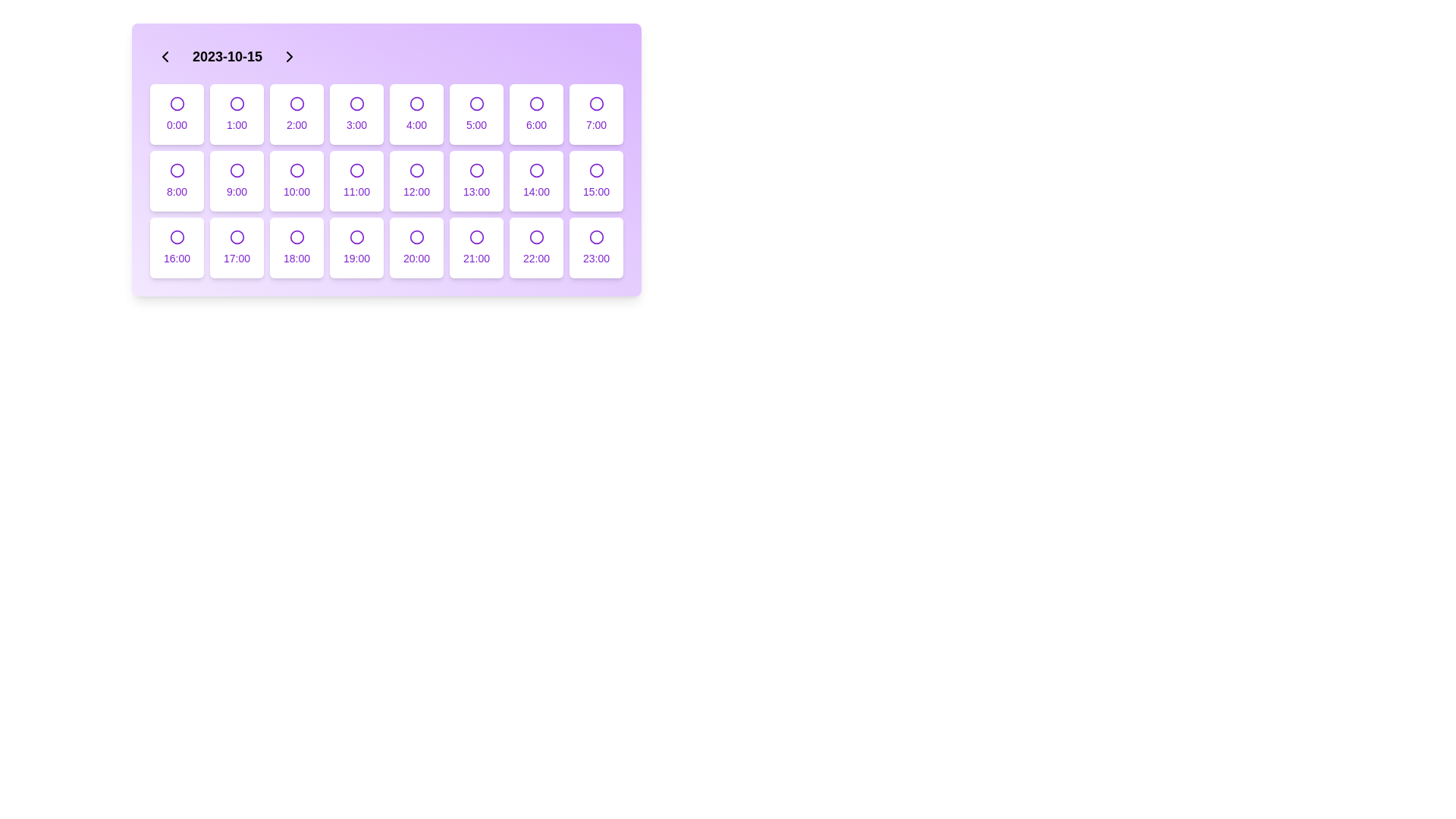 The width and height of the screenshot is (1456, 819). Describe the element at coordinates (536, 247) in the screenshot. I see `the time selector button located in the fifth row and sixth column` at that location.